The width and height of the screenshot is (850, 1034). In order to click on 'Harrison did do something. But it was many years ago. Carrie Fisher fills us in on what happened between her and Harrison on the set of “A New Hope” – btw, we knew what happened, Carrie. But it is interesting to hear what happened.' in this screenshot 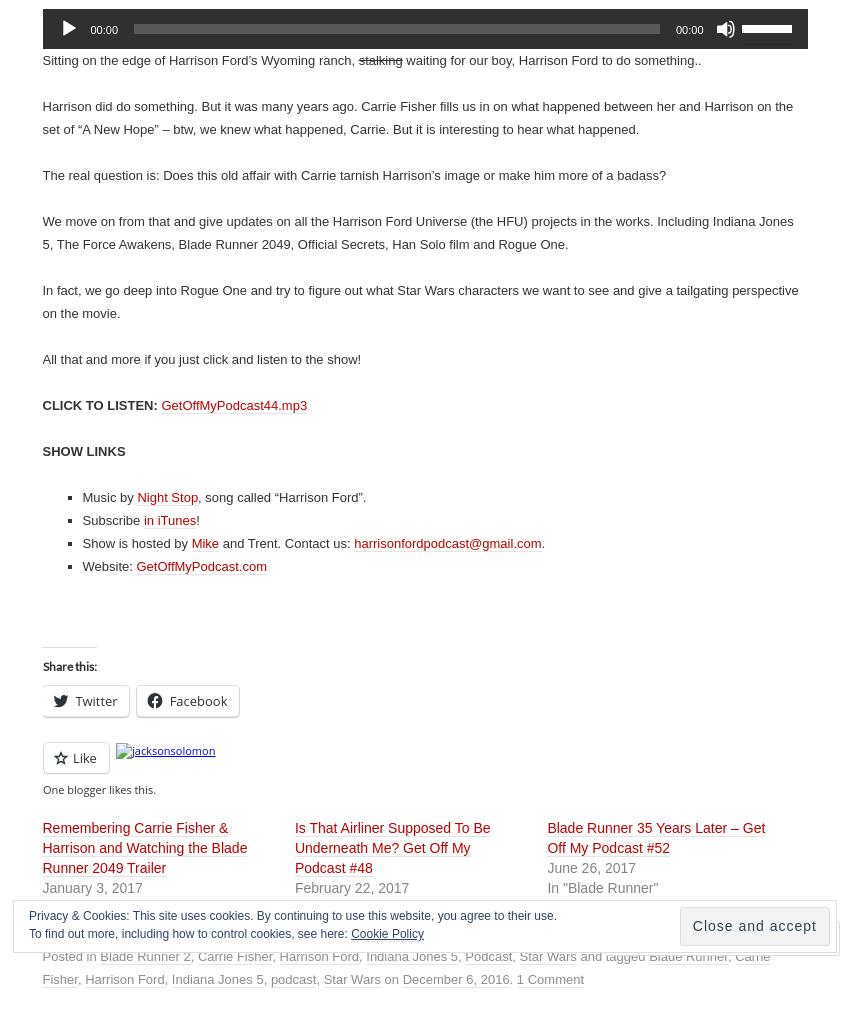, I will do `click(417, 117)`.